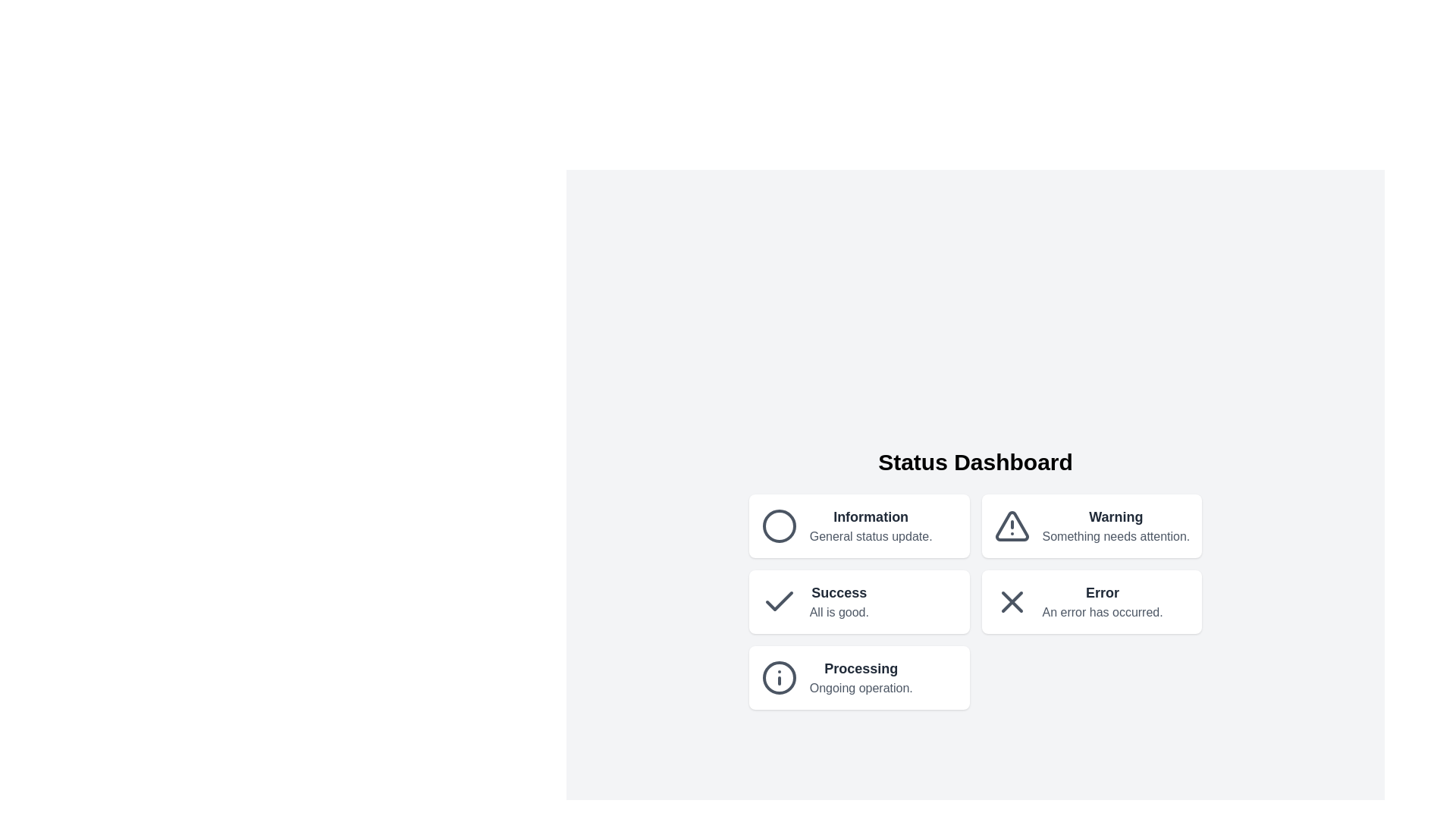 The height and width of the screenshot is (819, 1456). What do you see at coordinates (975, 461) in the screenshot?
I see `the large, bold text label reading 'Status Dashboard', which is prominently displayed in black on a light gray background, serving as the section title above the status items grid` at bounding box center [975, 461].